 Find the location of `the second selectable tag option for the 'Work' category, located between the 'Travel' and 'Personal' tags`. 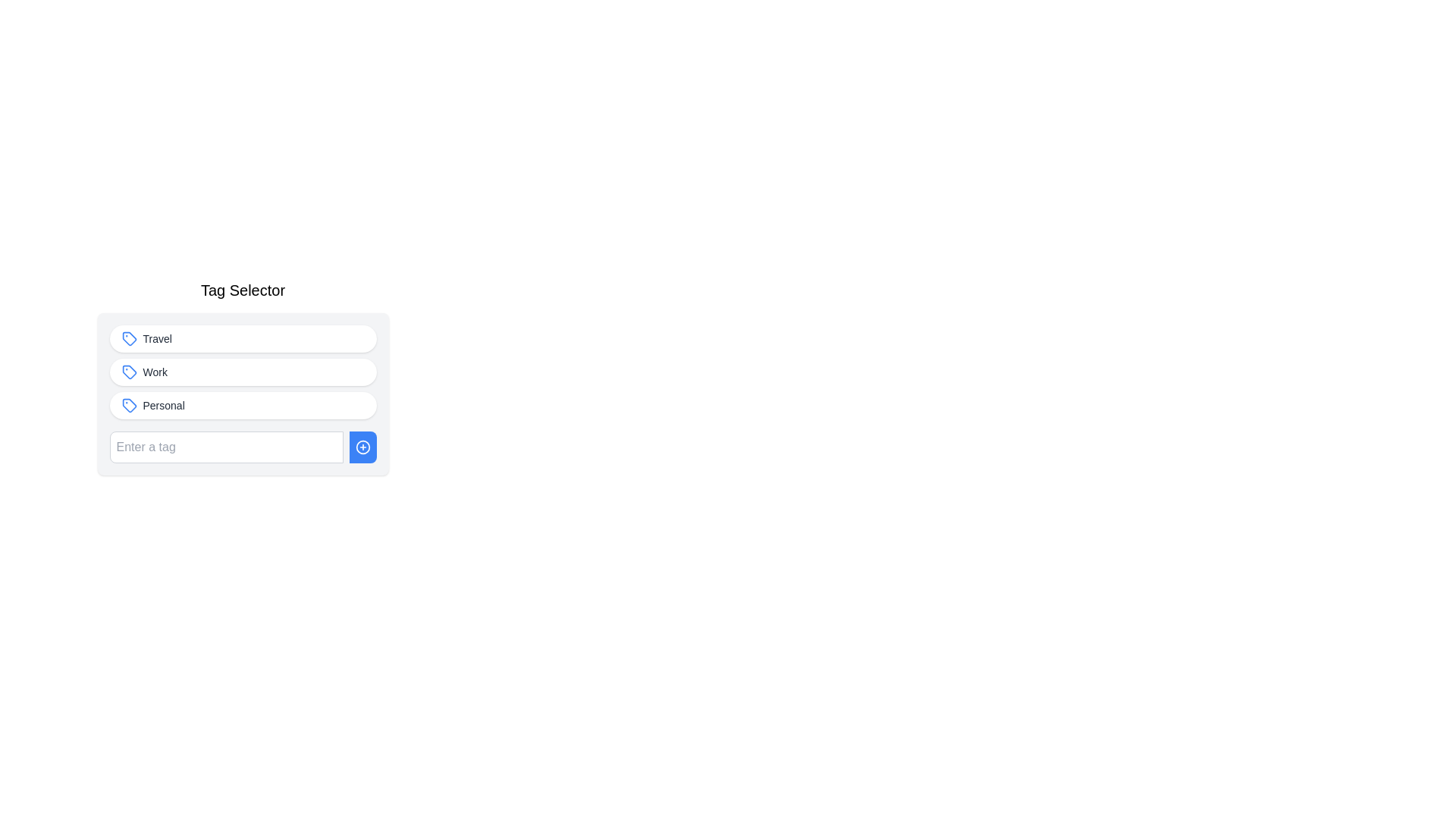

the second selectable tag option for the 'Work' category, located between the 'Travel' and 'Personal' tags is located at coordinates (243, 376).